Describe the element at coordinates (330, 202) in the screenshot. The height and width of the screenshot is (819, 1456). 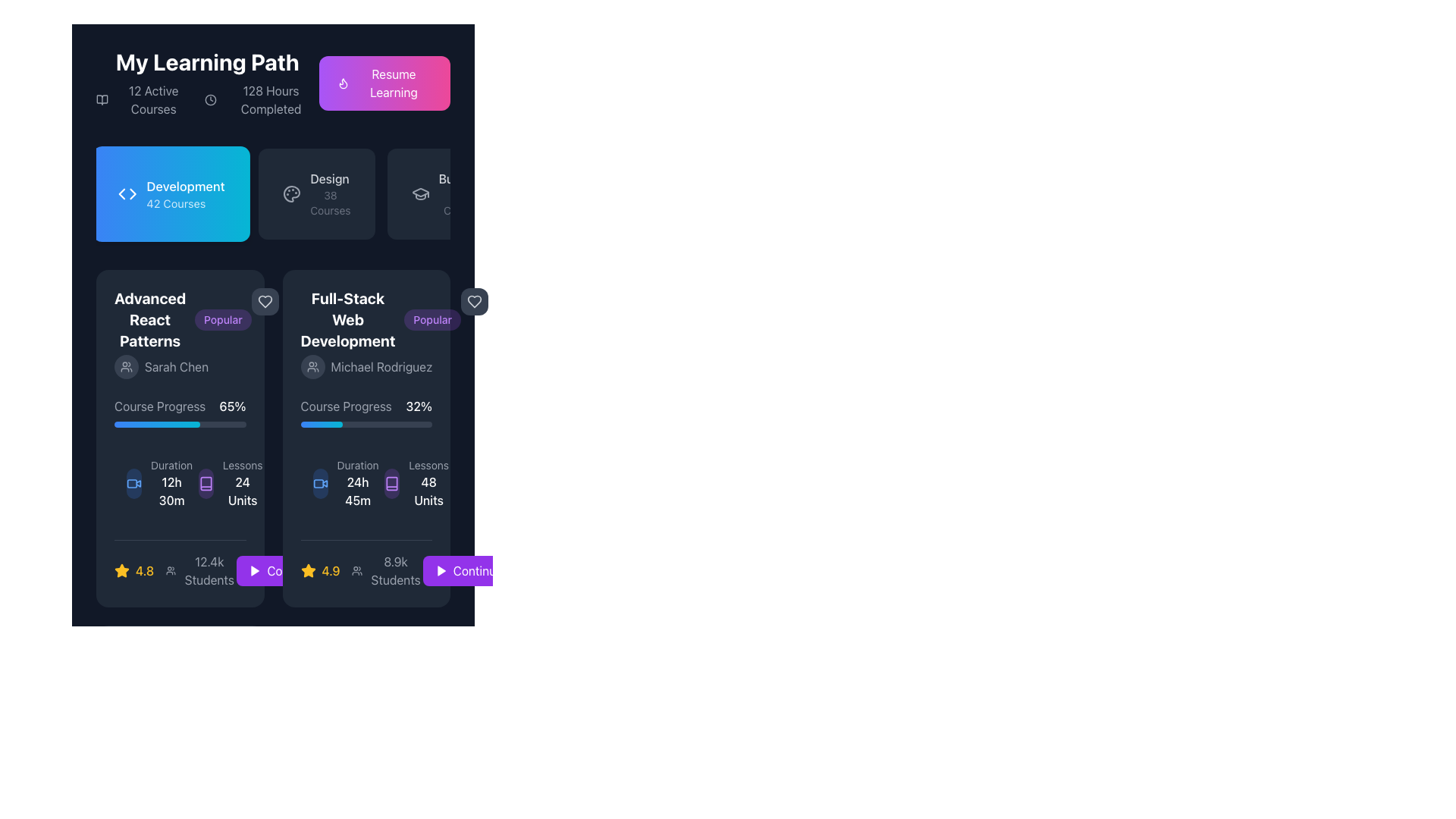
I see `the static text label displaying '38 Courses', which is styled in a small-sized font and light gray color, positioned below the text 'Design'` at that location.